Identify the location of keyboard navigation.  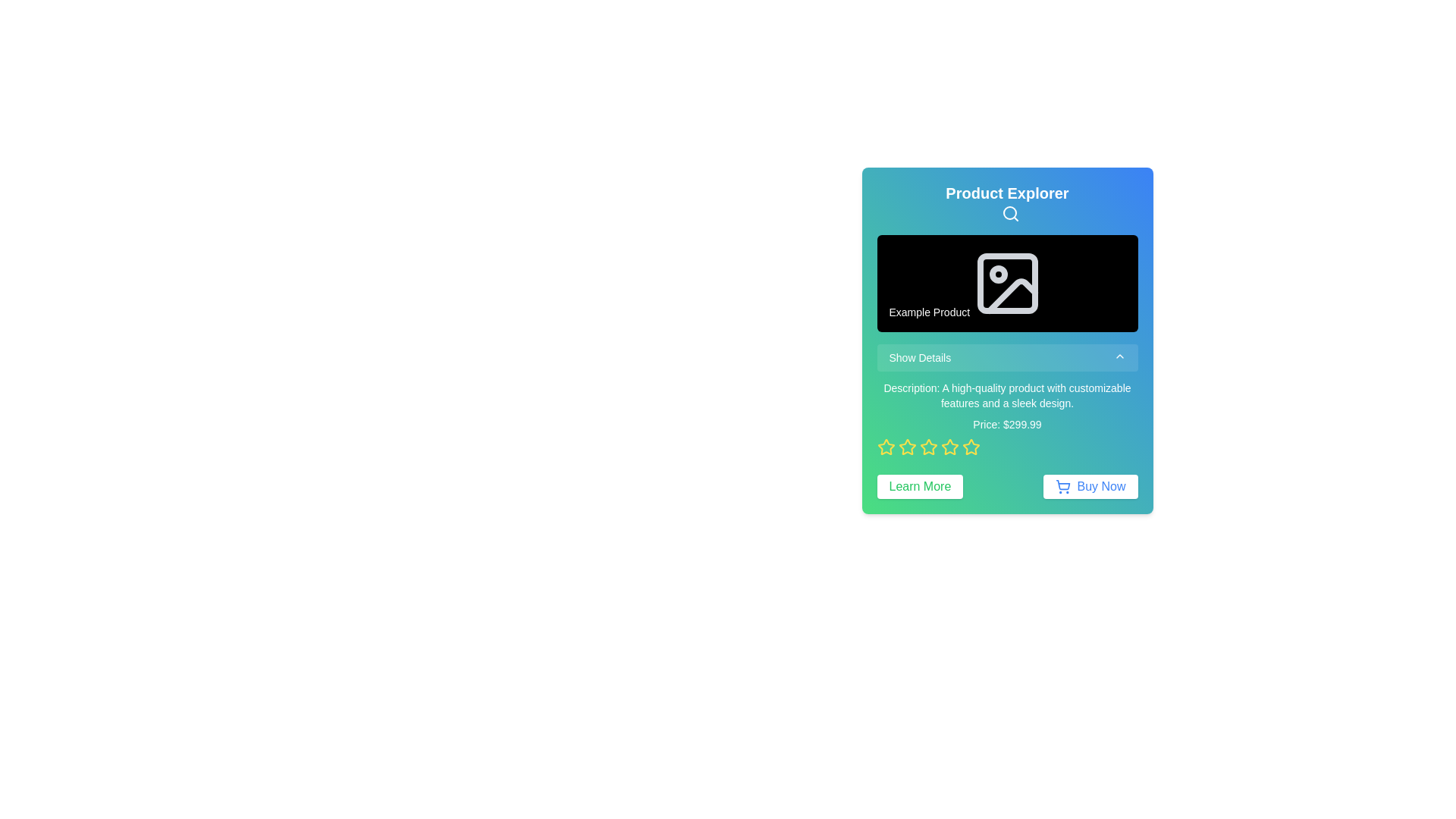
(886, 446).